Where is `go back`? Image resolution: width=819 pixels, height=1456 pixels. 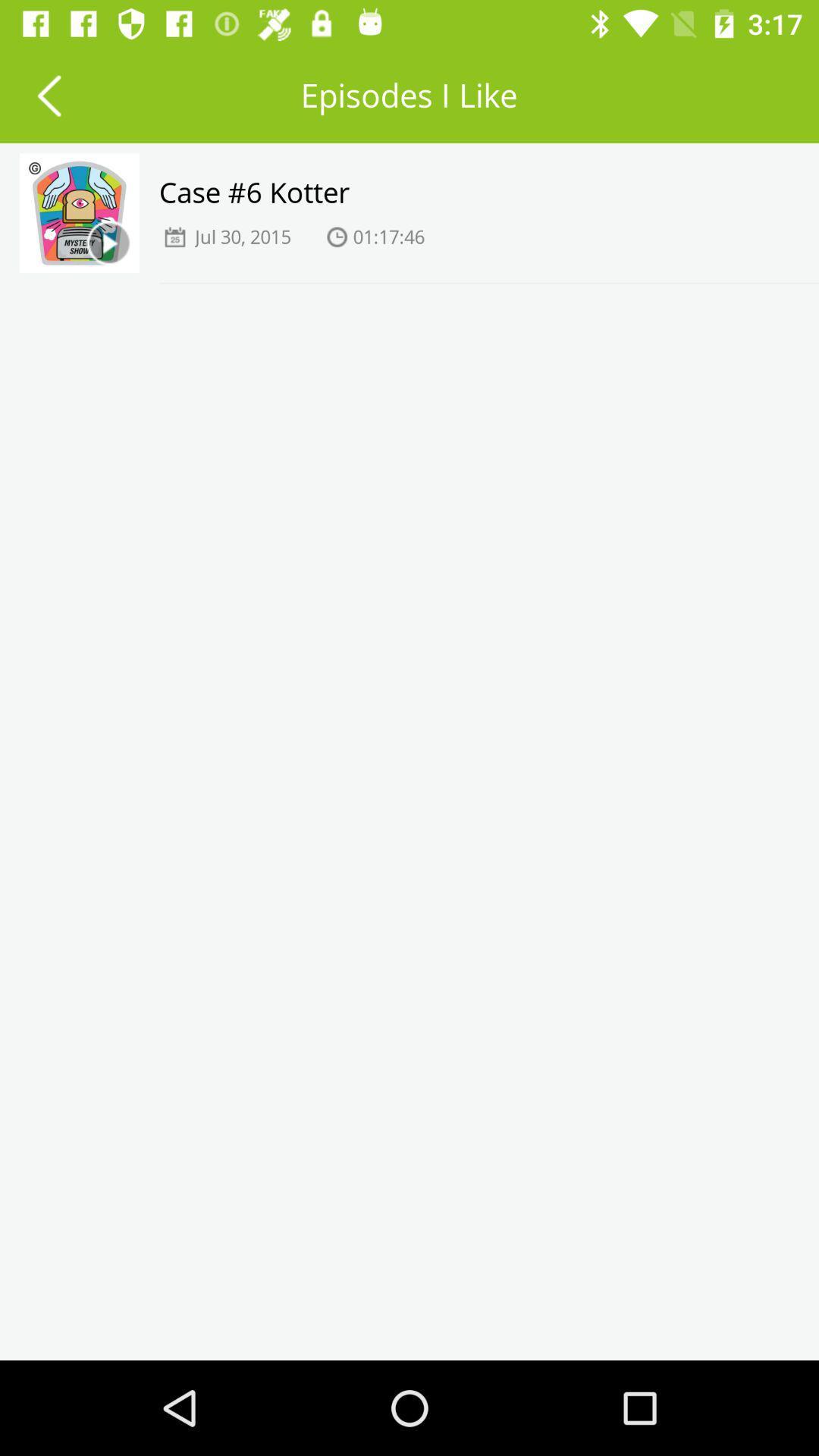 go back is located at coordinates (48, 94).